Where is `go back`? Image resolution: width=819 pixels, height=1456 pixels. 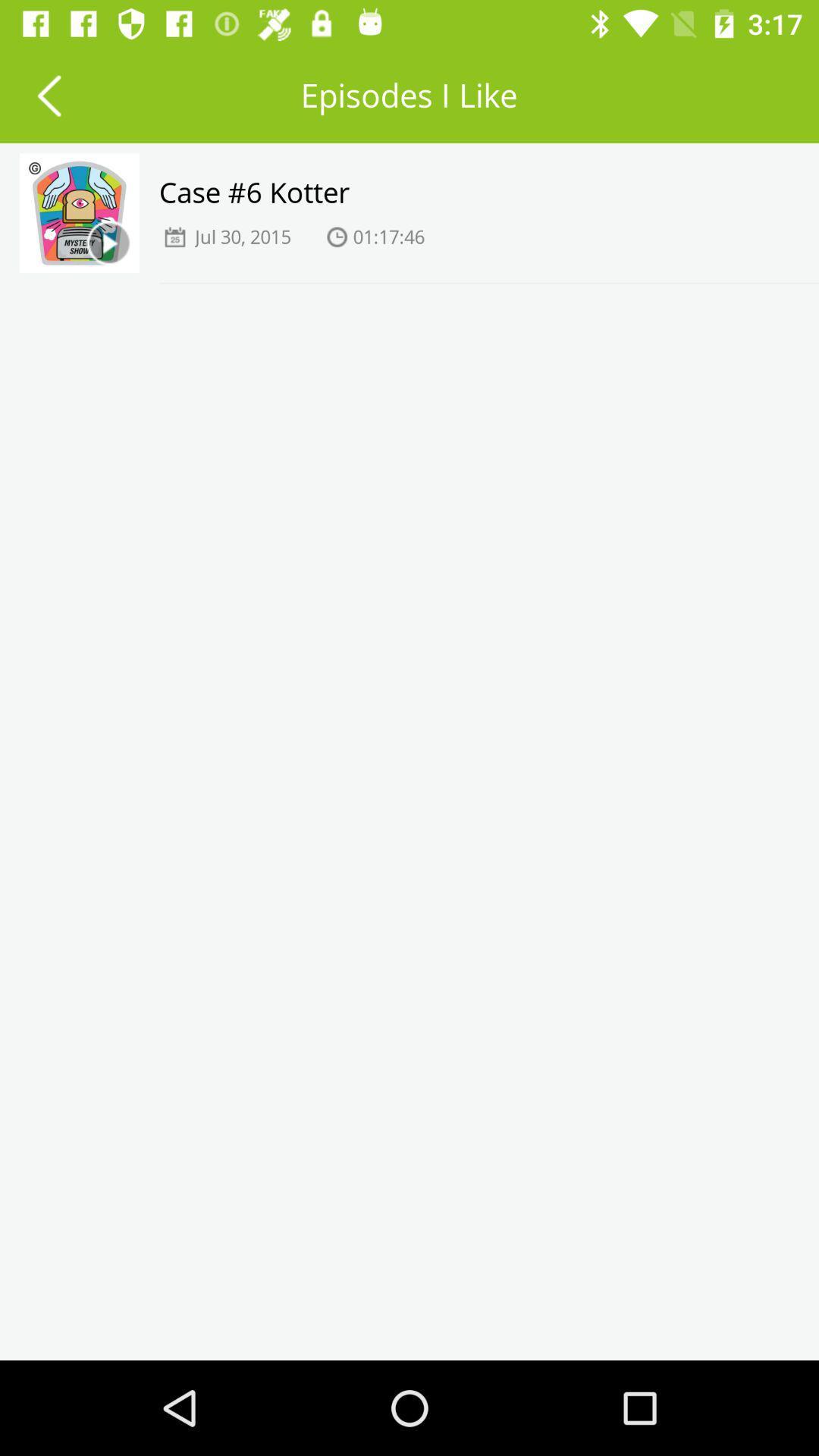 go back is located at coordinates (48, 94).